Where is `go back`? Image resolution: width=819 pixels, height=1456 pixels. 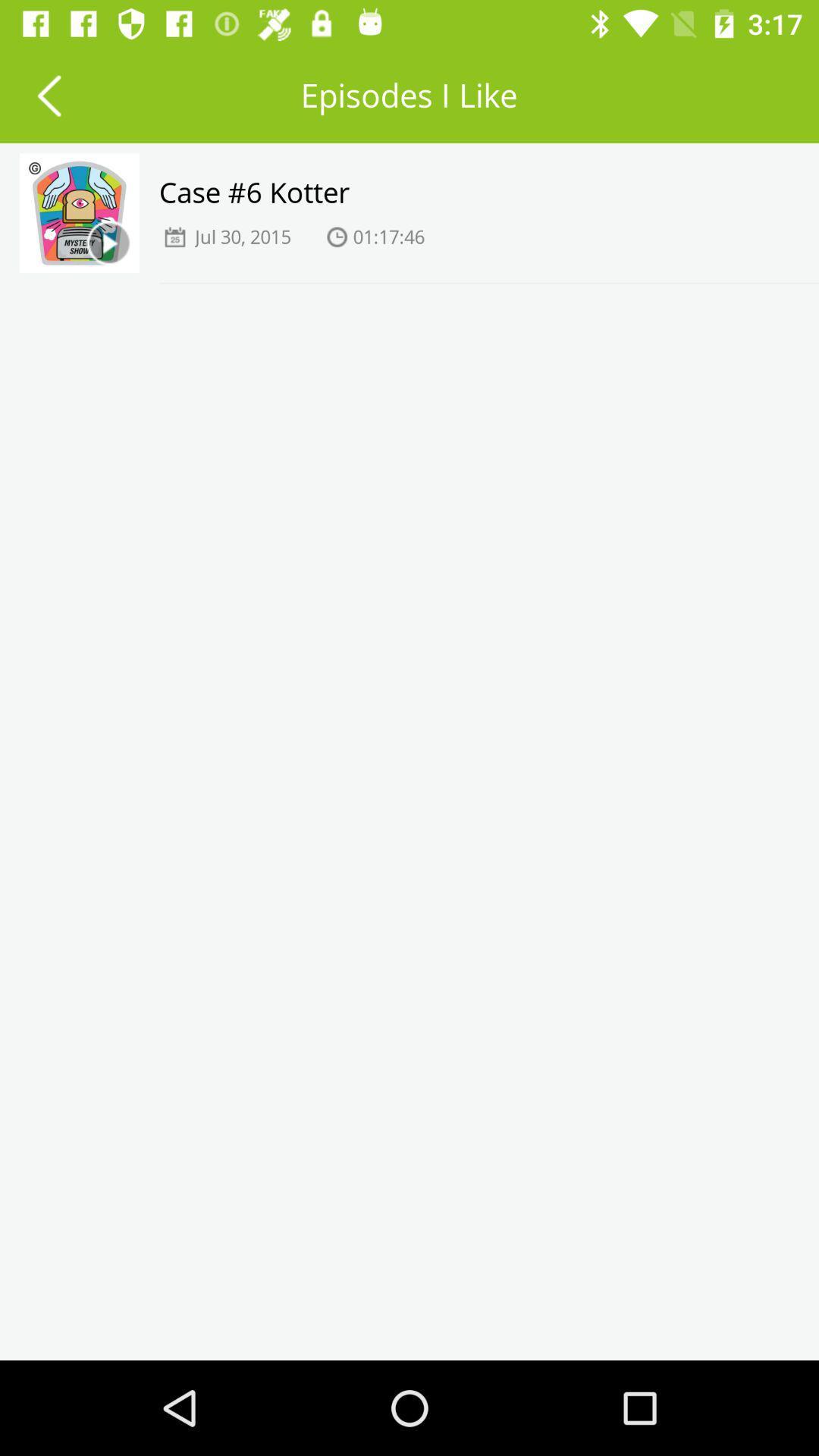 go back is located at coordinates (48, 94).